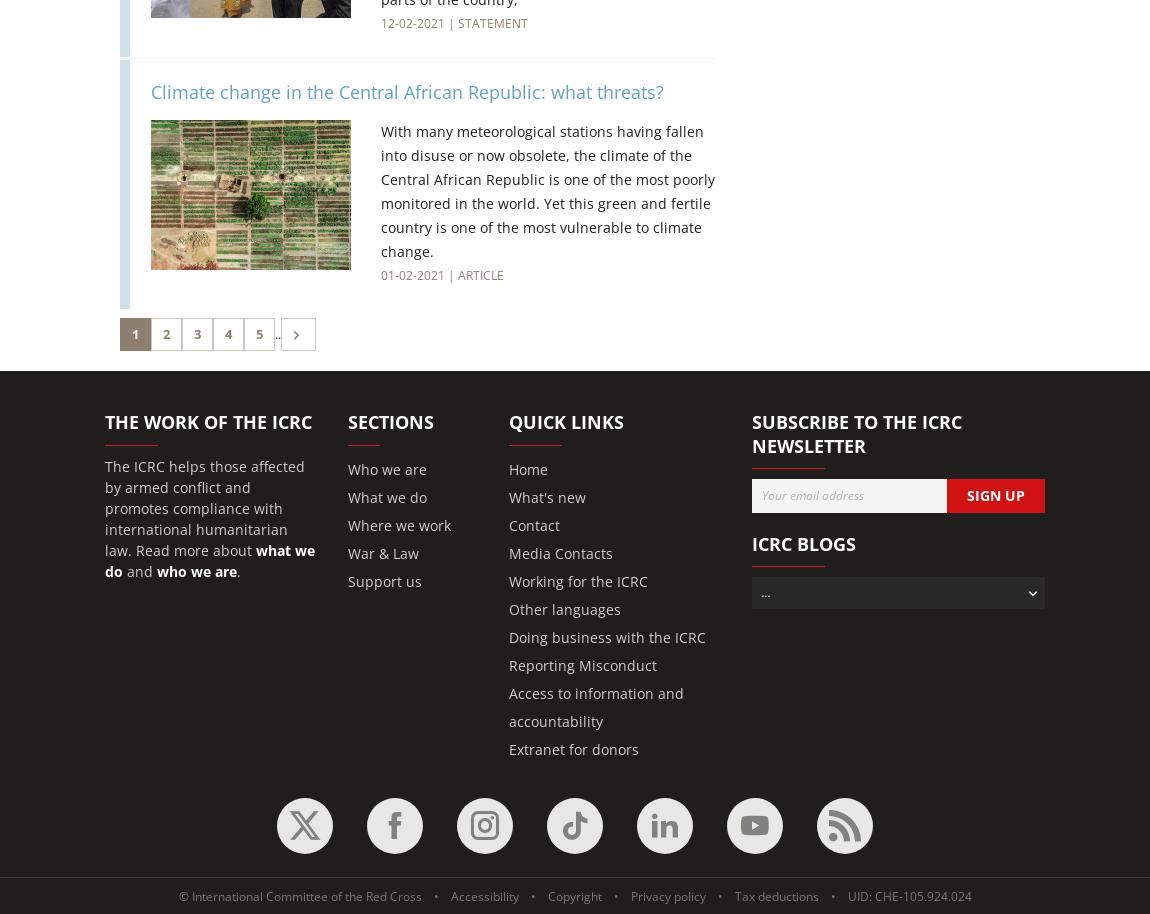  What do you see at coordinates (566, 420) in the screenshot?
I see `'Quick links'` at bounding box center [566, 420].